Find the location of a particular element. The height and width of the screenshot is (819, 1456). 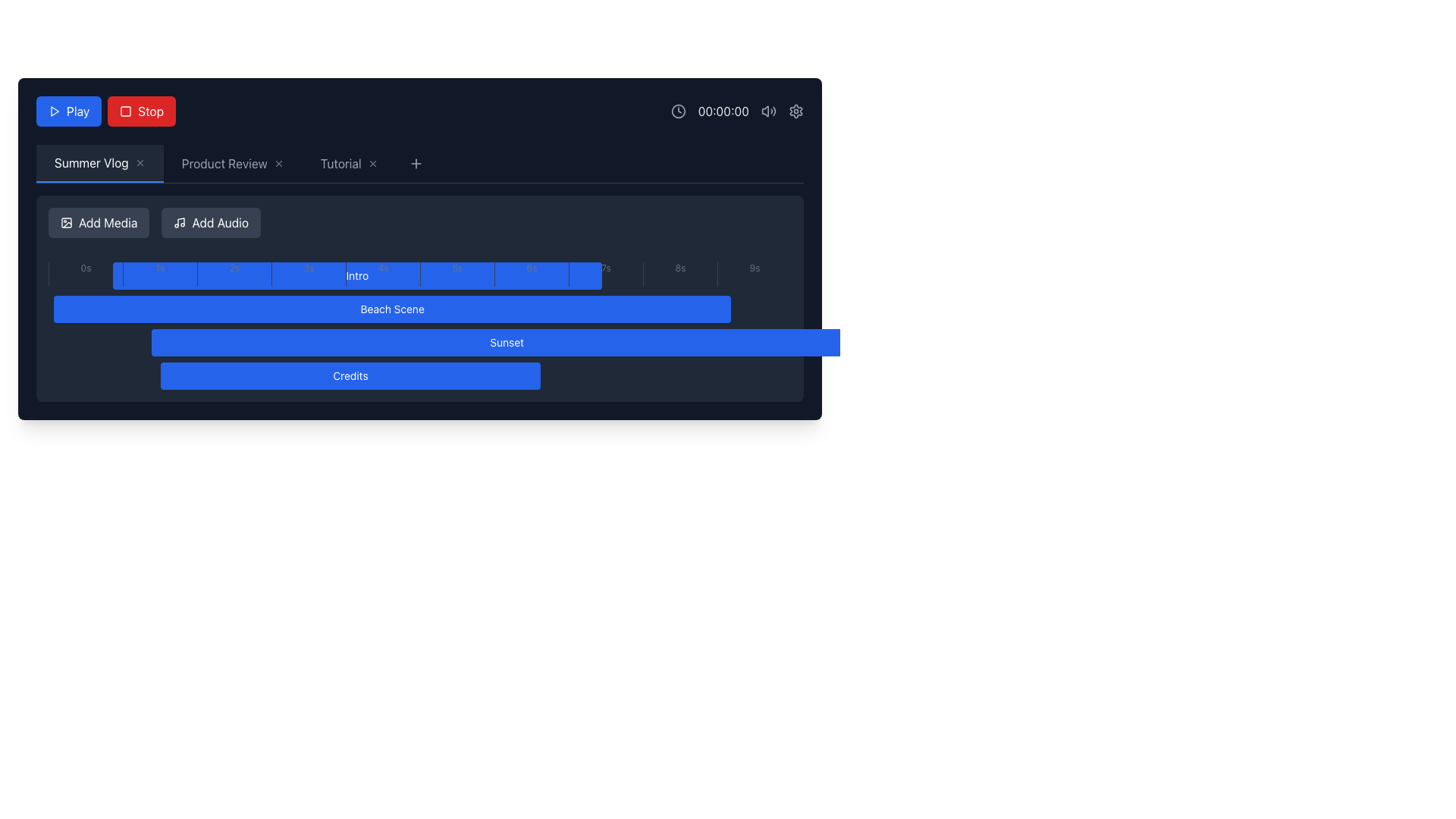

the 'Tutorial' tab text label, which is styled in white on a dark background is located at coordinates (340, 164).